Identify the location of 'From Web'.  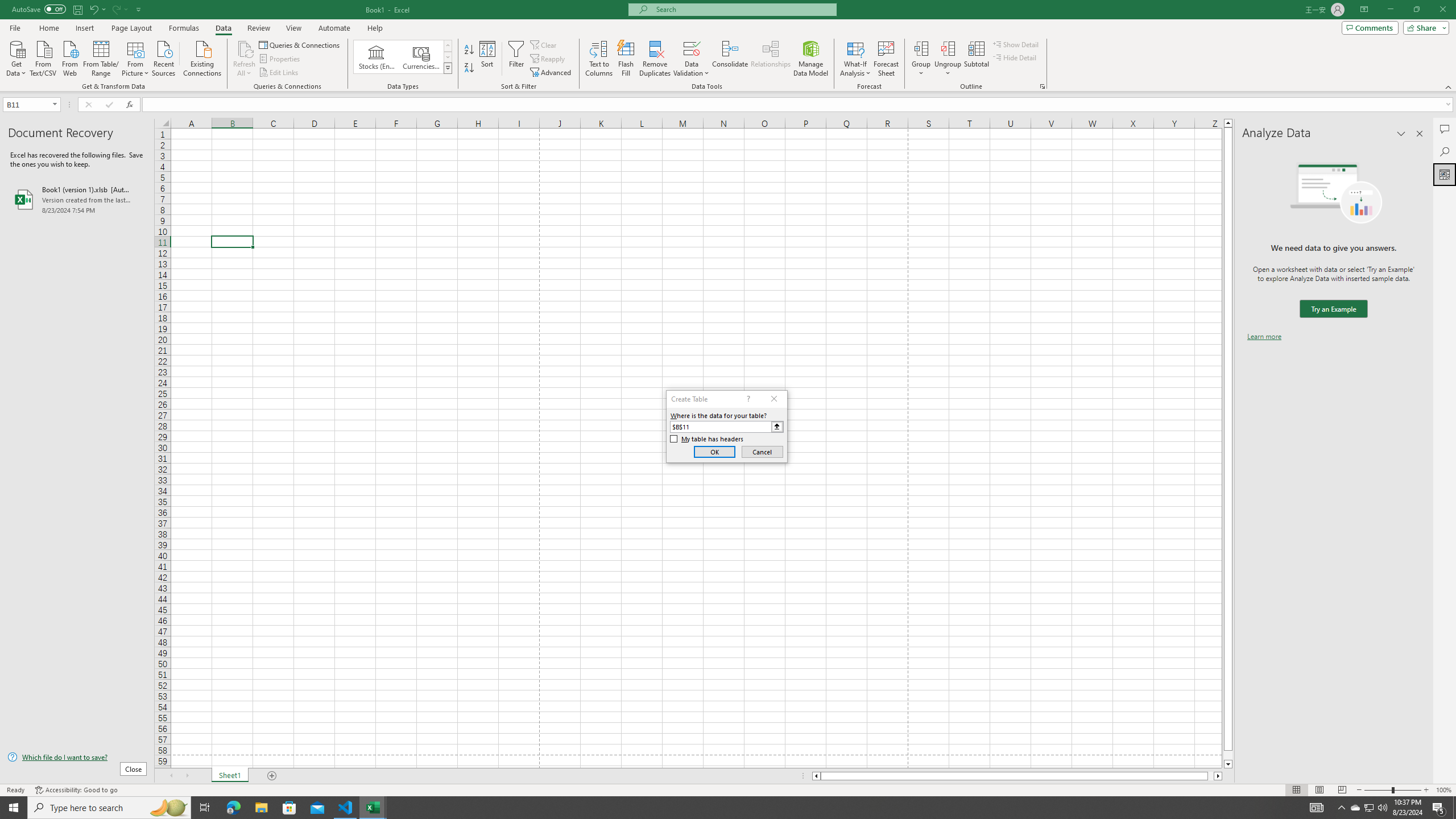
(69, 57).